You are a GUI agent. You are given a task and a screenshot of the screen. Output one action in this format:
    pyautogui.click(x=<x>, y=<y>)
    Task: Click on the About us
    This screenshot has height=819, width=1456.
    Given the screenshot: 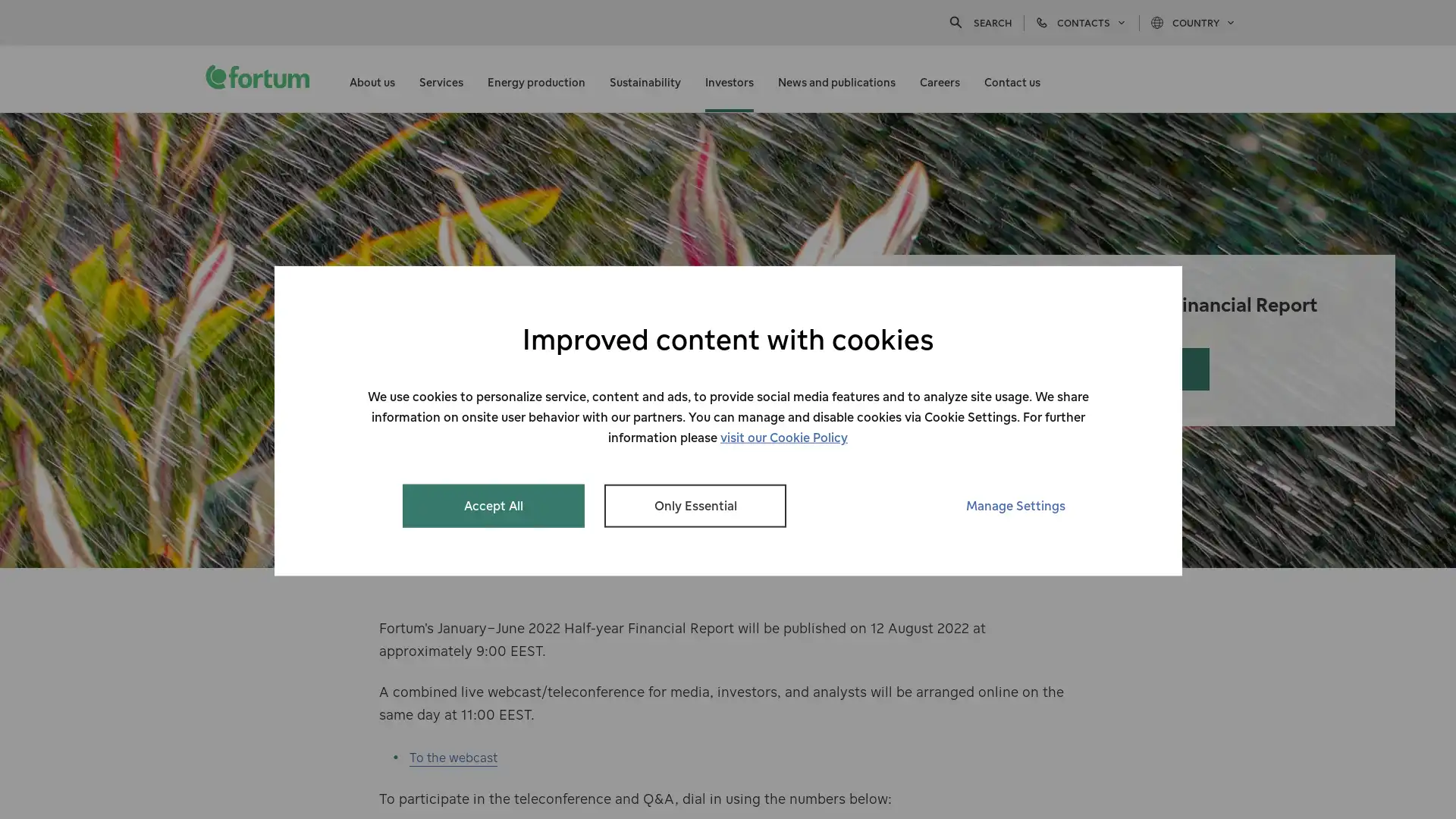 What is the action you would take?
    pyautogui.click(x=372, y=79)
    